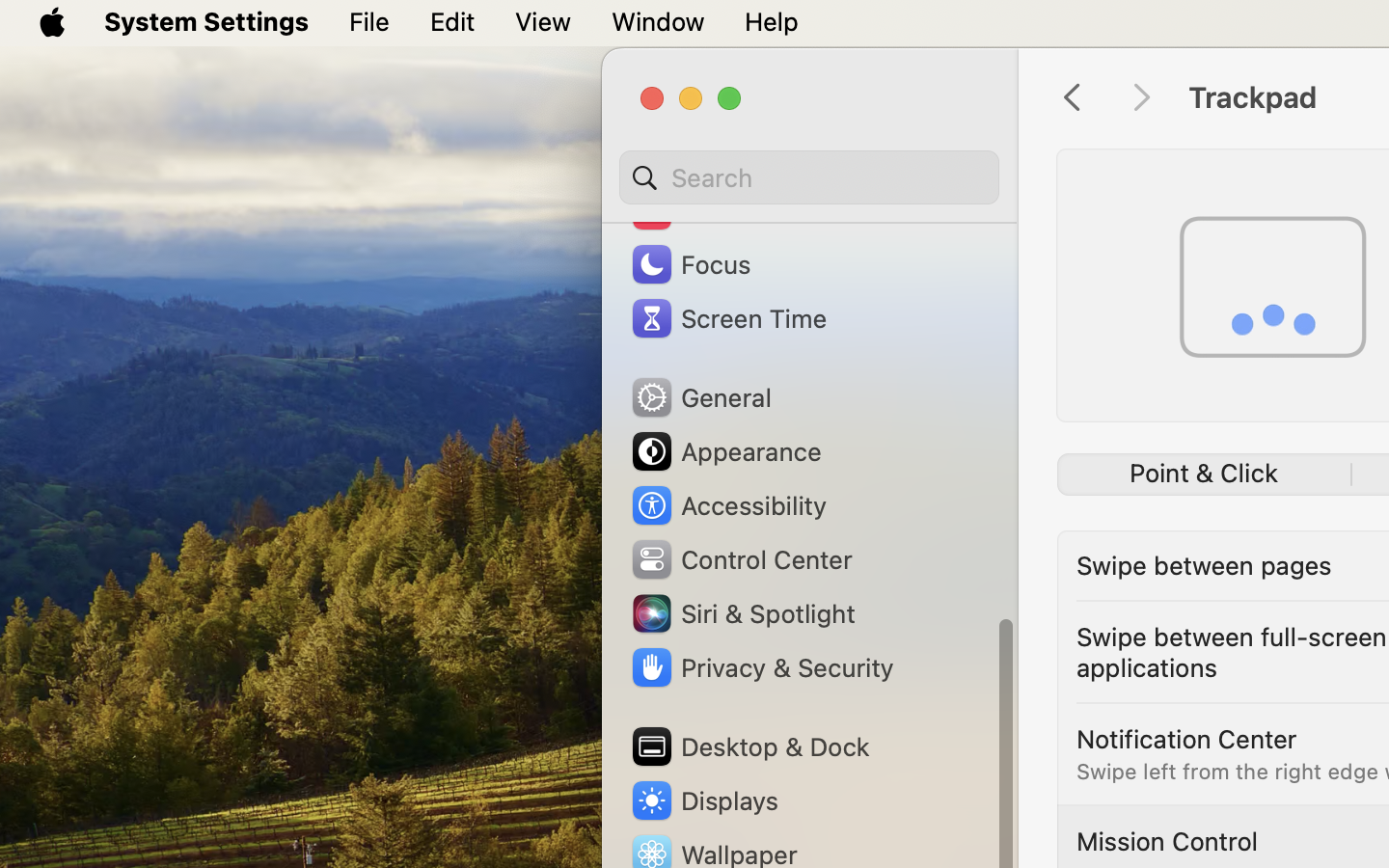  Describe the element at coordinates (740, 613) in the screenshot. I see `'Siri & Spotlight'` at that location.